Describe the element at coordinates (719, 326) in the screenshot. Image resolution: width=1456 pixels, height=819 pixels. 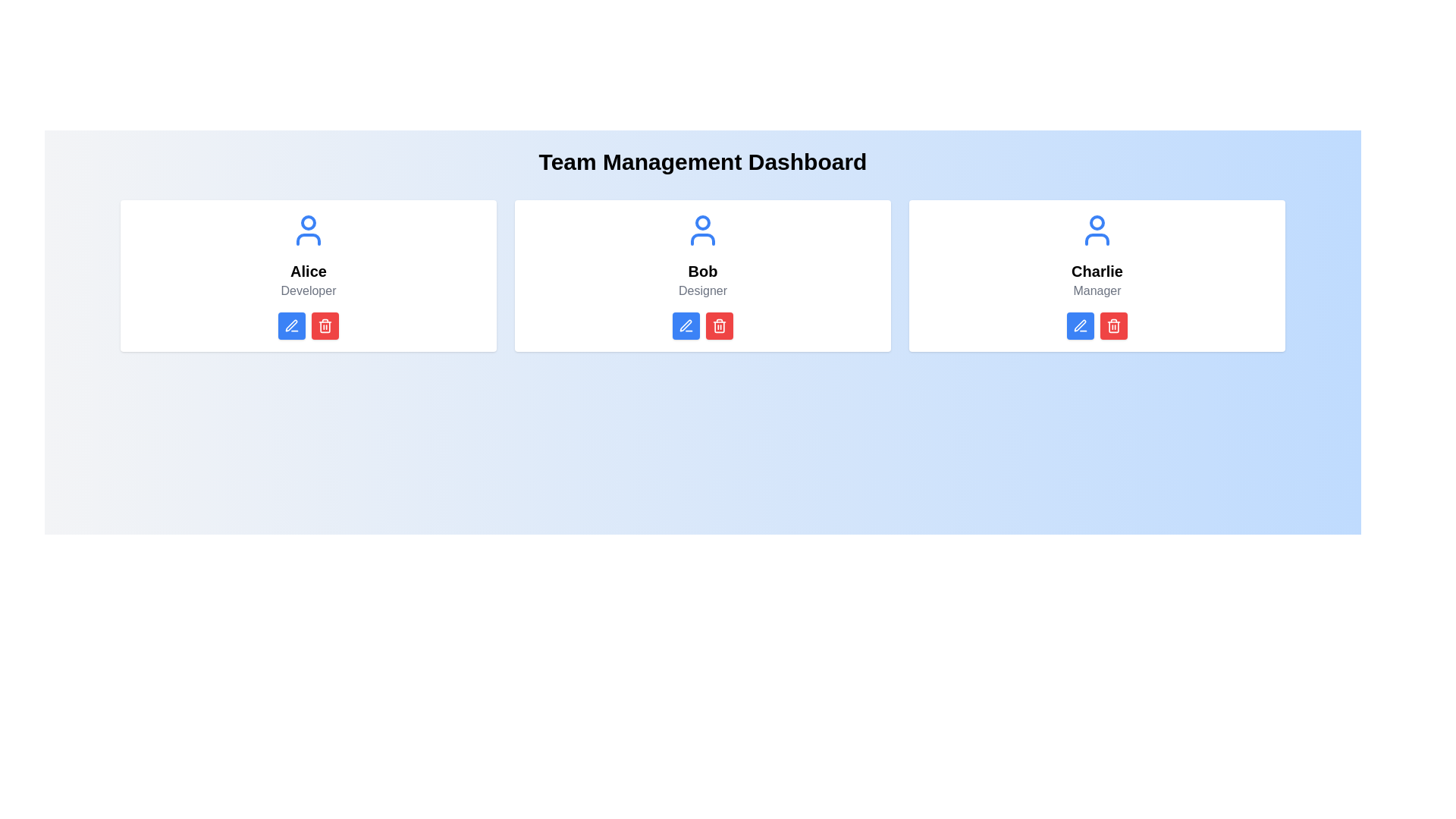
I see `the delete icon located at the top right of the lower action button group inside the central card of the layout` at that location.